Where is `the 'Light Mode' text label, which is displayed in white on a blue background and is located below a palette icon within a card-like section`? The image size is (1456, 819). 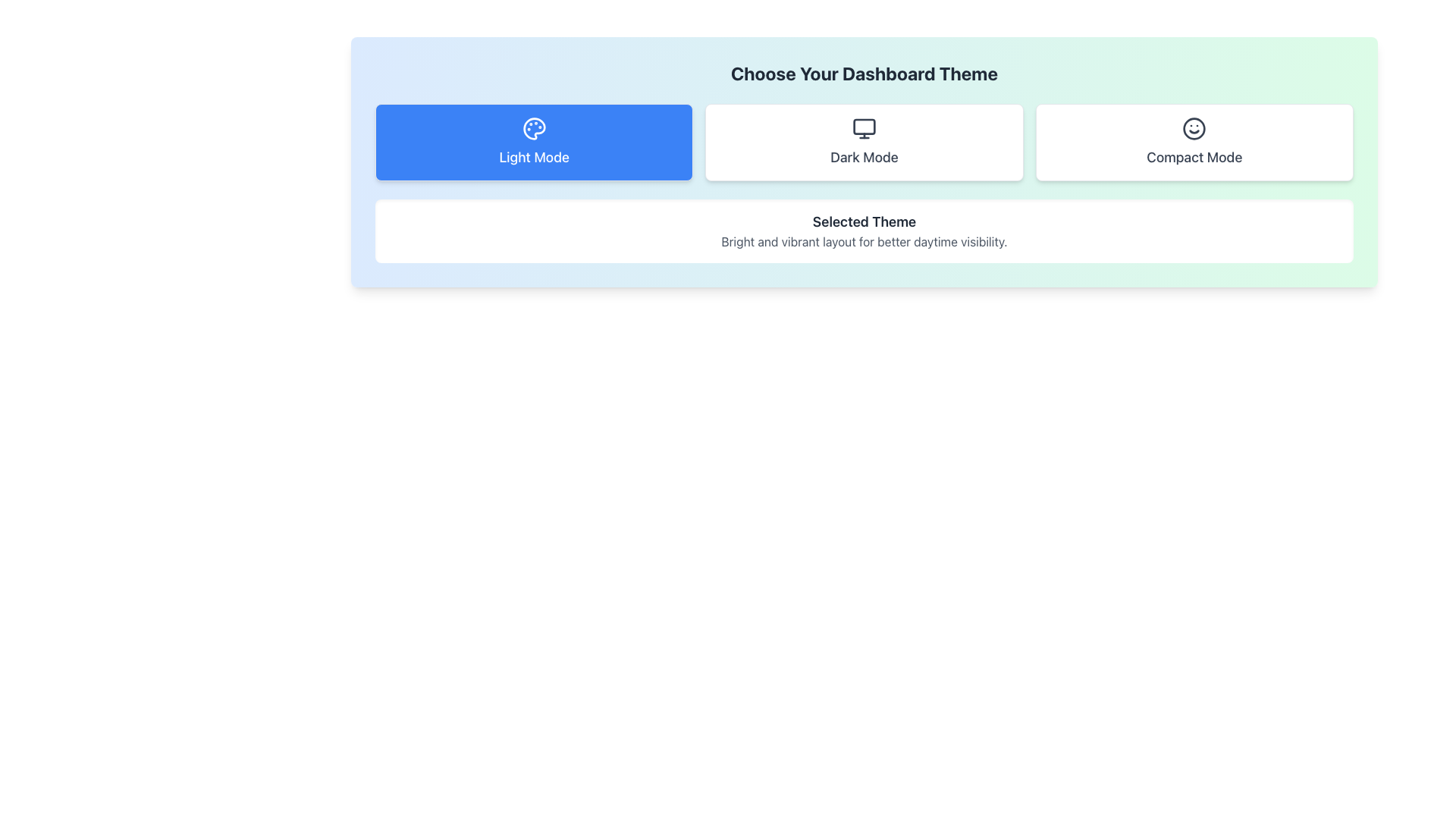 the 'Light Mode' text label, which is displayed in white on a blue background and is located below a palette icon within a card-like section is located at coordinates (534, 158).